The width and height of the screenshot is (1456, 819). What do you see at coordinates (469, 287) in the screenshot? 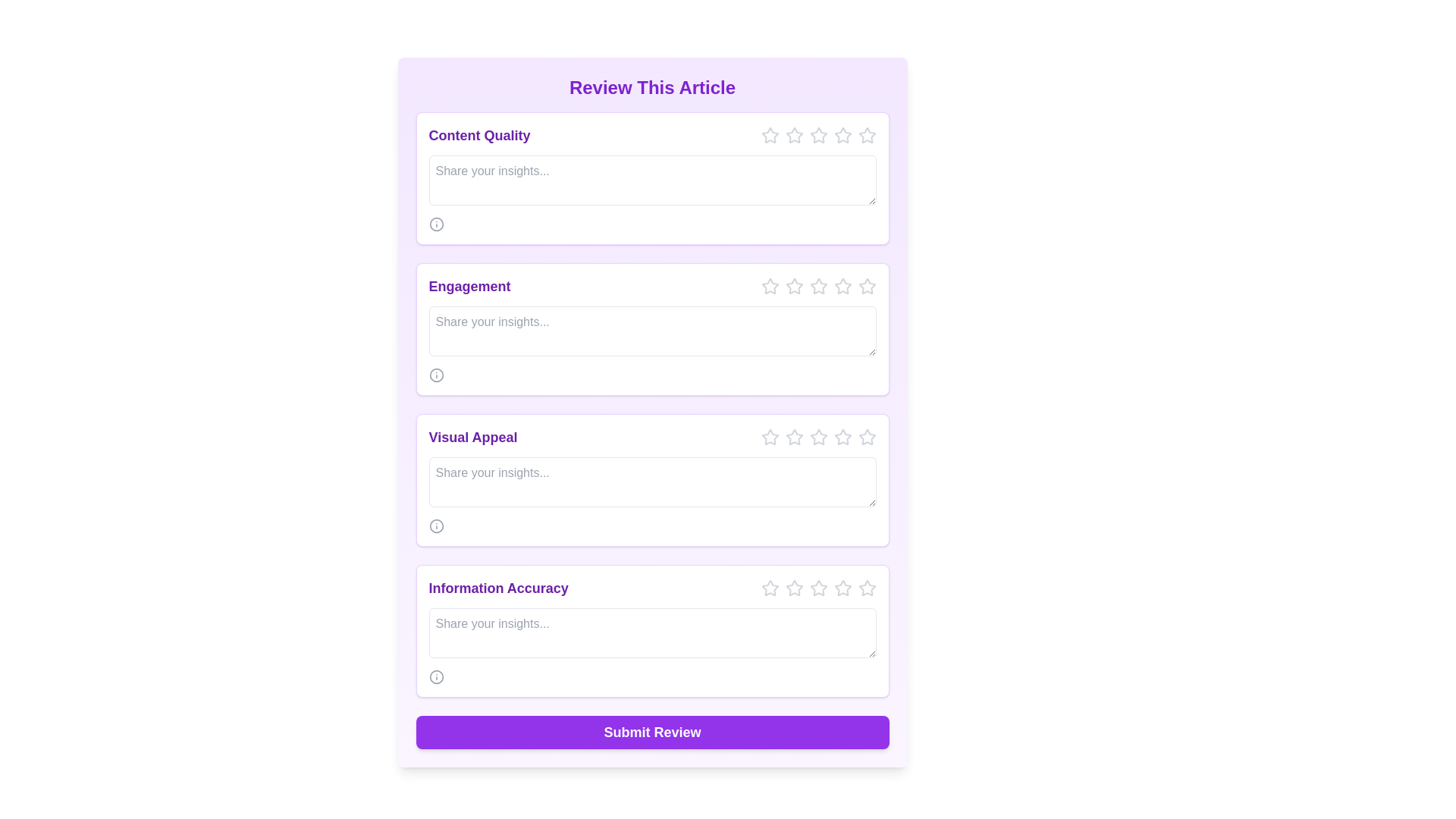
I see `the label indicating the category of the assessment form located below 'Content Quality' and above 'Visual Appeal' in the left part of the section` at bounding box center [469, 287].